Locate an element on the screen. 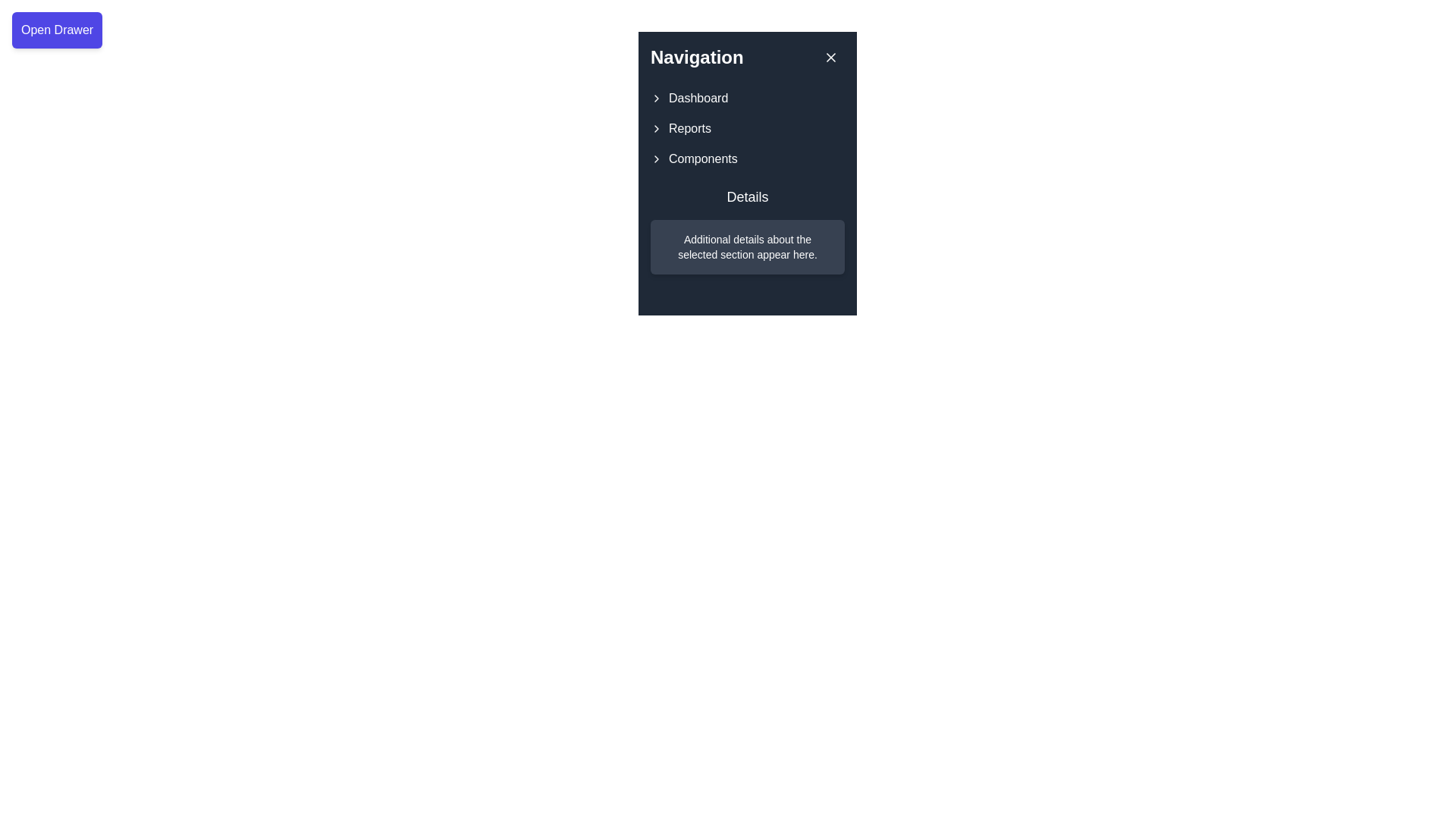  the expandable/collapsible icon located to the left of the 'Dashboard' text in the navigation panel is located at coordinates (656, 99).